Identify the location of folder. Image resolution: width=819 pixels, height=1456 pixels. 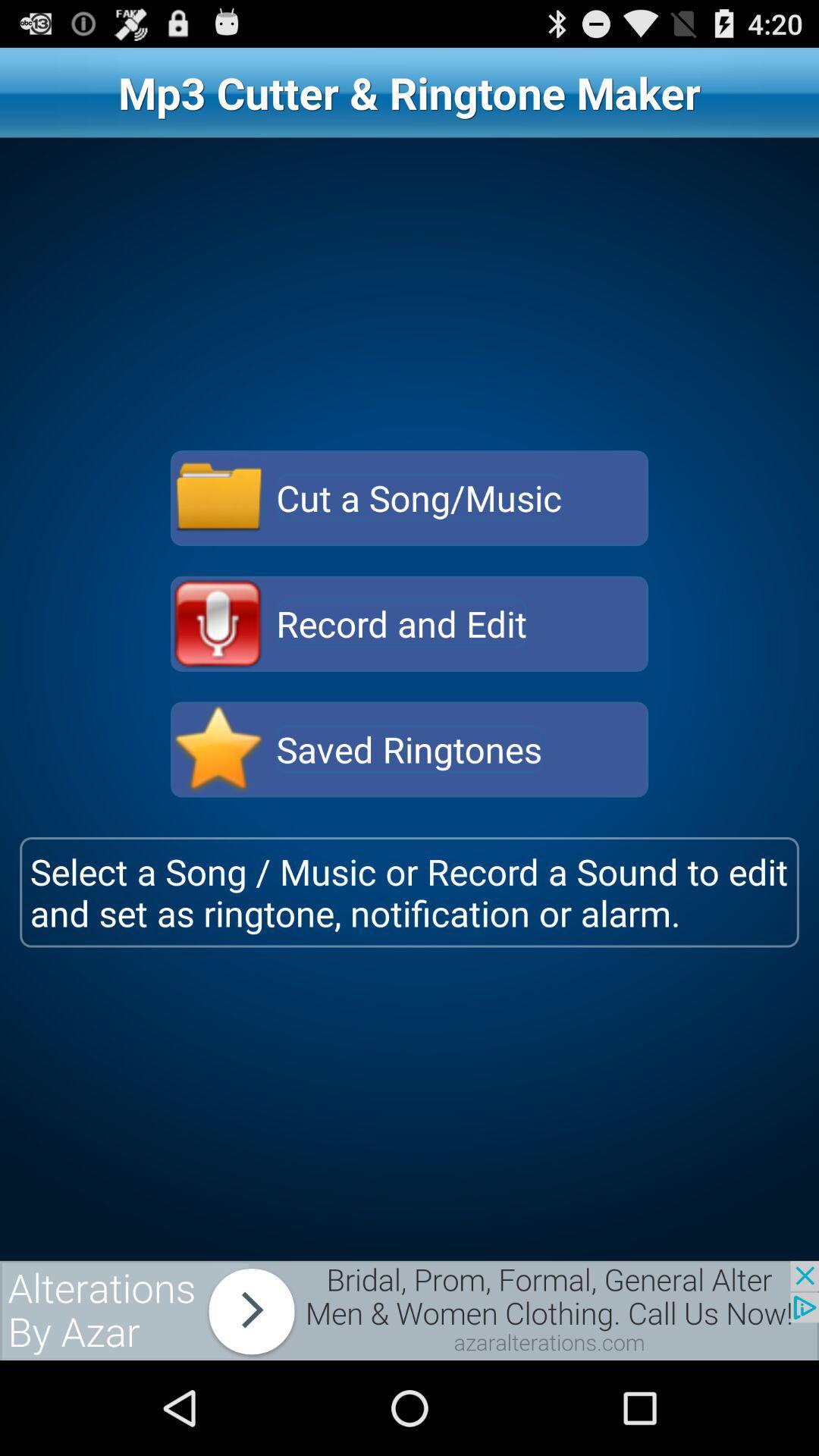
(218, 498).